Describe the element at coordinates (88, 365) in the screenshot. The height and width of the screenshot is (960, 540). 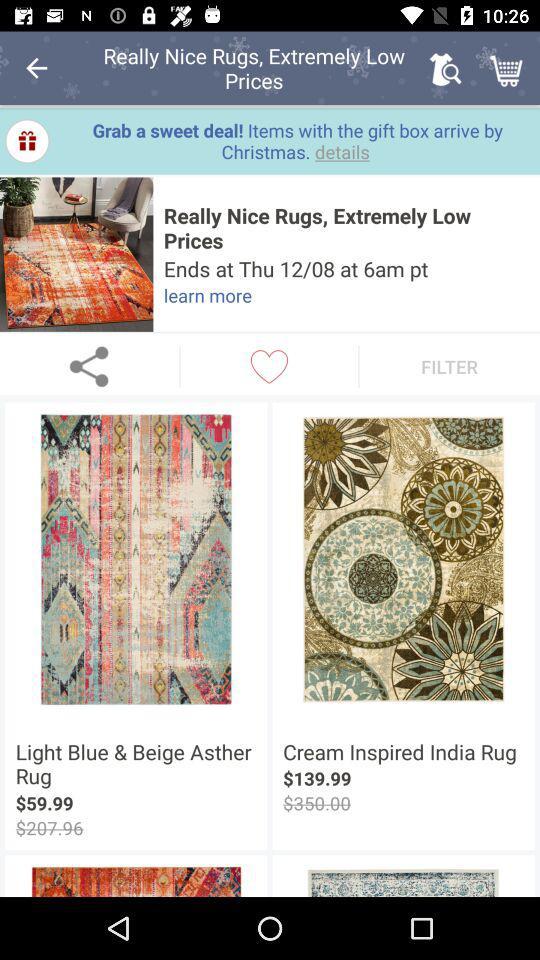
I see `share to other` at that location.